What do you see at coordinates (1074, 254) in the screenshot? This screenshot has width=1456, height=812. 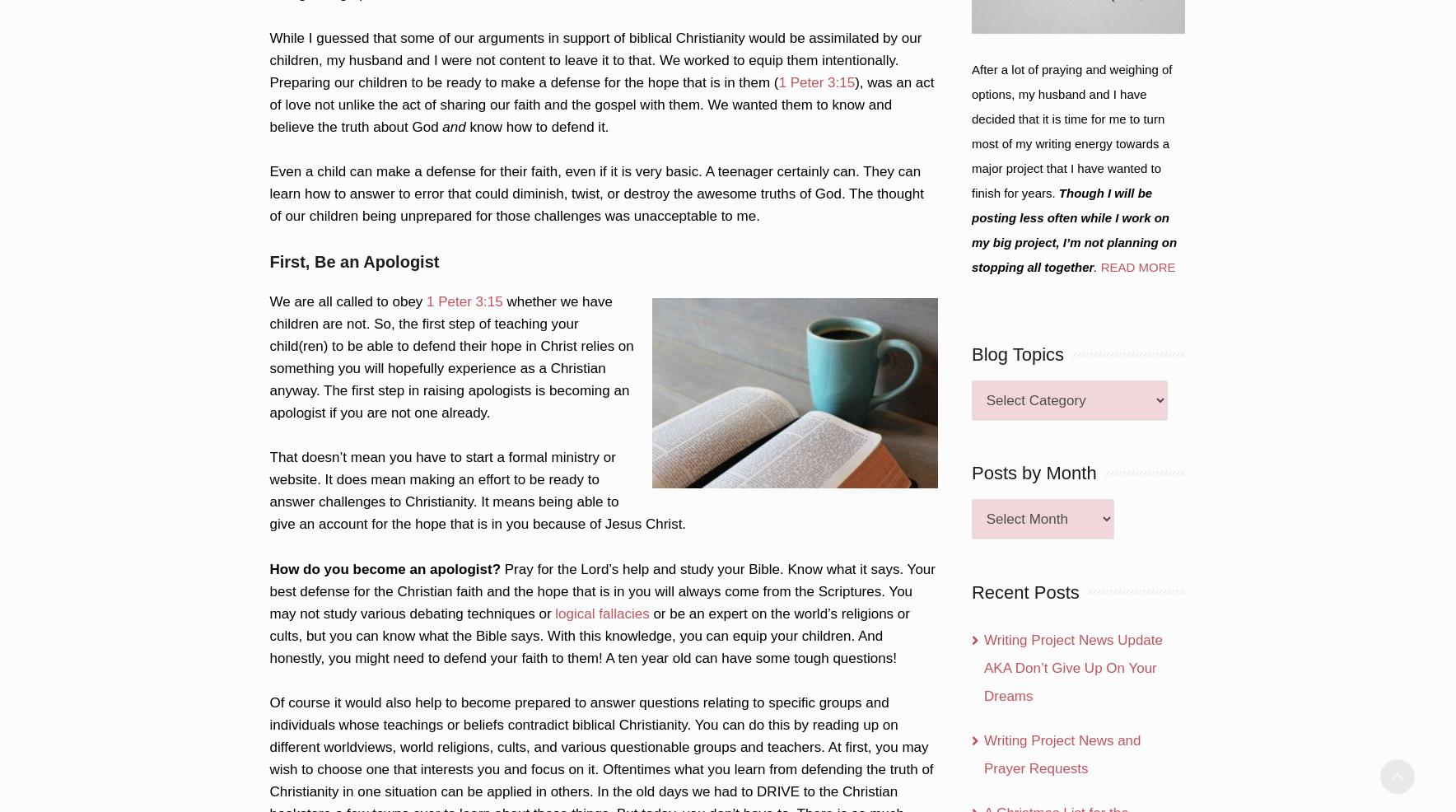 I see `'I’m not planning on stopping all together'` at bounding box center [1074, 254].